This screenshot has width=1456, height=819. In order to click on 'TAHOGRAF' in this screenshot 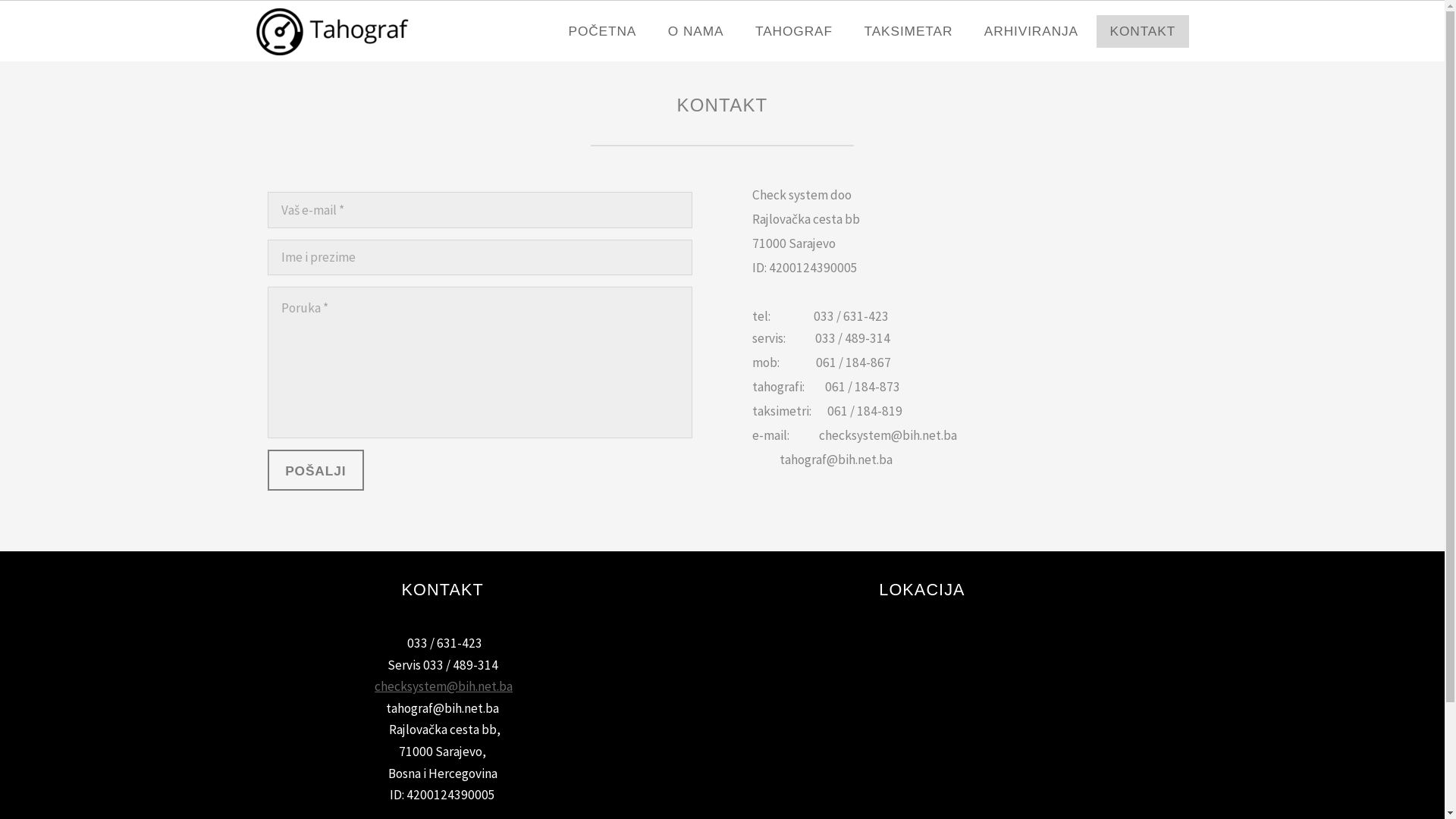, I will do `click(793, 31)`.